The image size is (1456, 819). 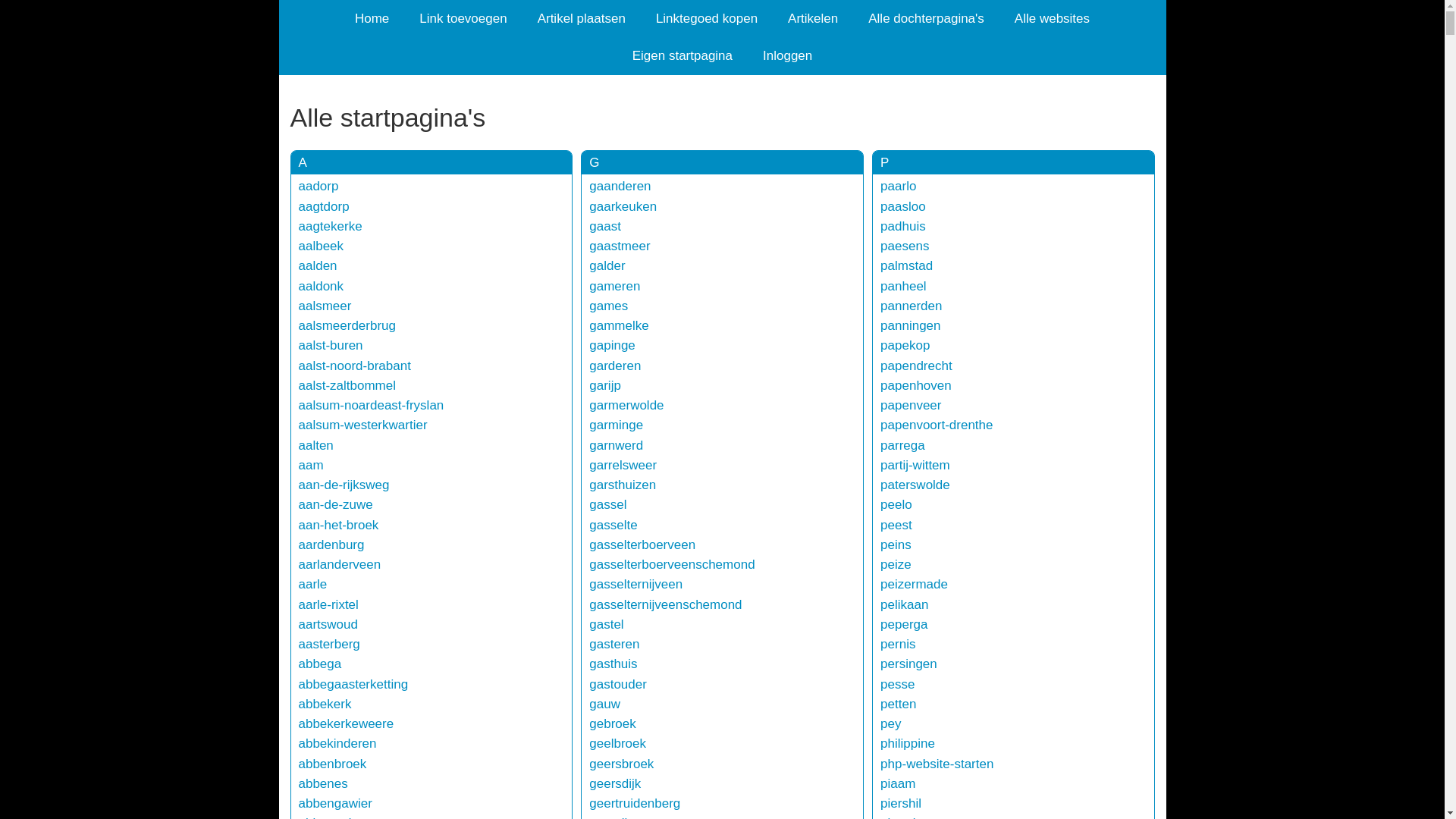 What do you see at coordinates (620, 185) in the screenshot?
I see `'gaanderen'` at bounding box center [620, 185].